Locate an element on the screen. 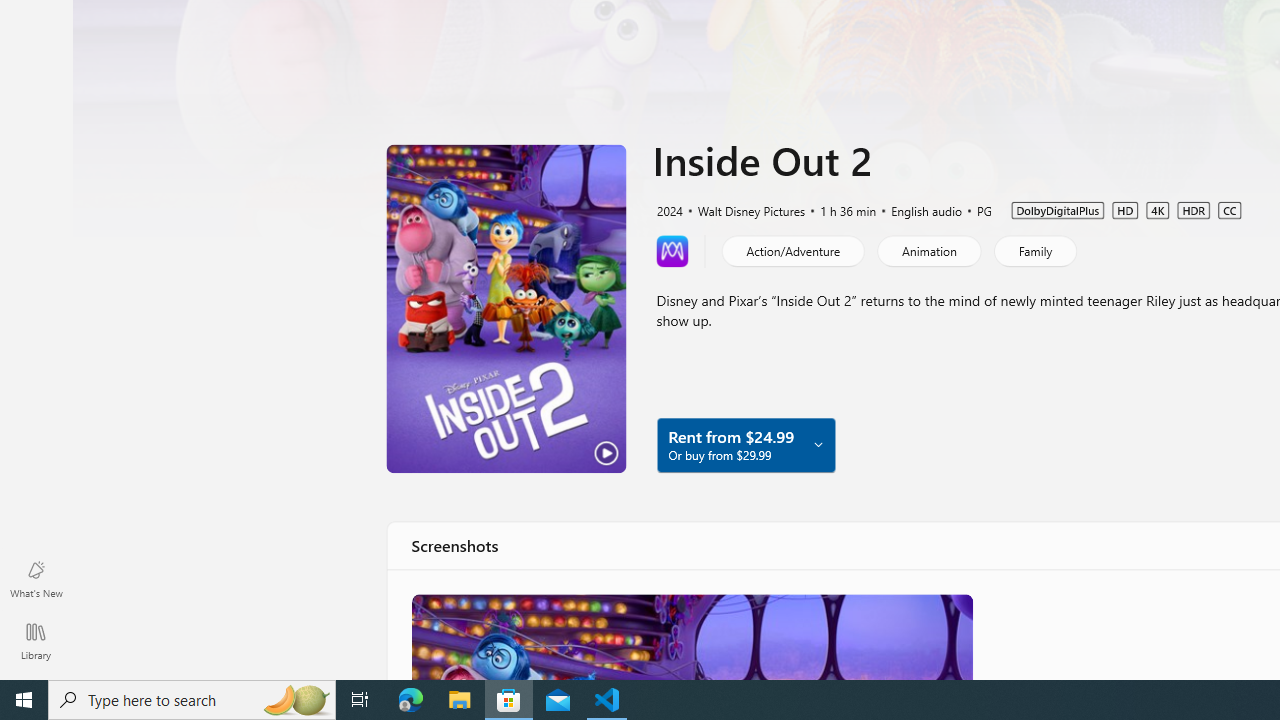 This screenshot has width=1280, height=720. '1 h 36 min' is located at coordinates (839, 209).